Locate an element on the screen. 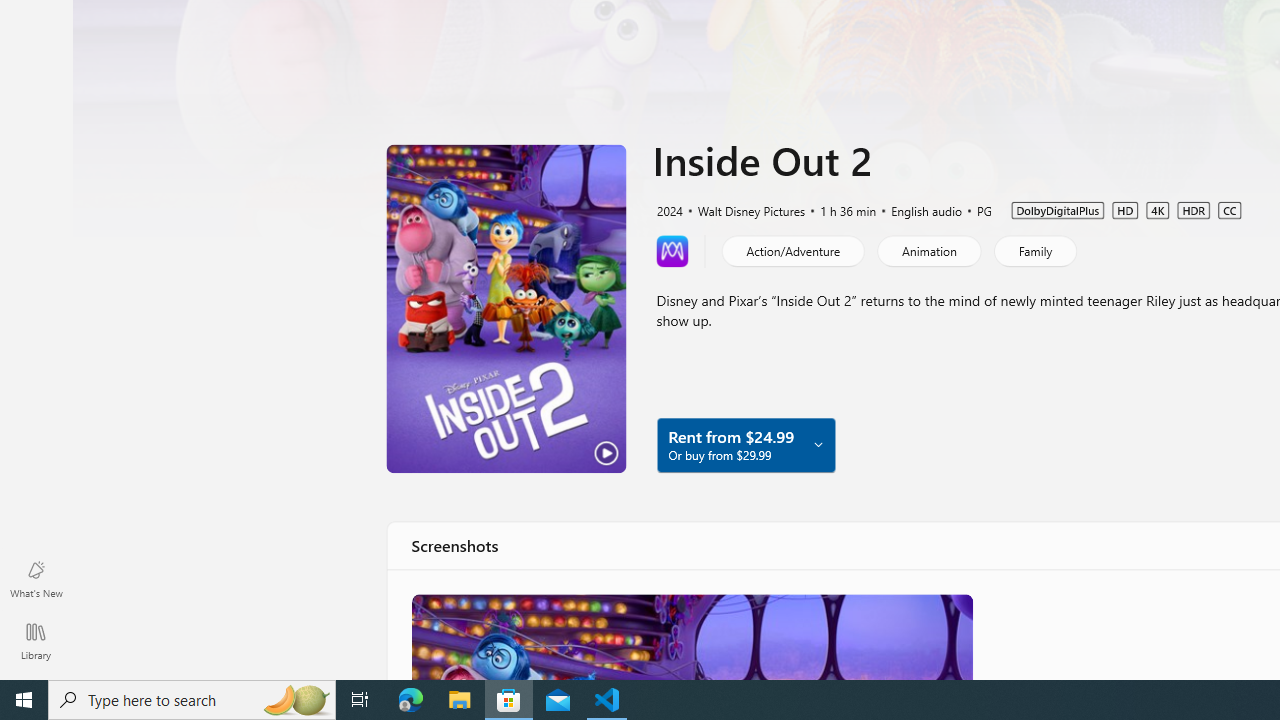 This screenshot has width=1280, height=720. '1 h 36 min' is located at coordinates (839, 209).